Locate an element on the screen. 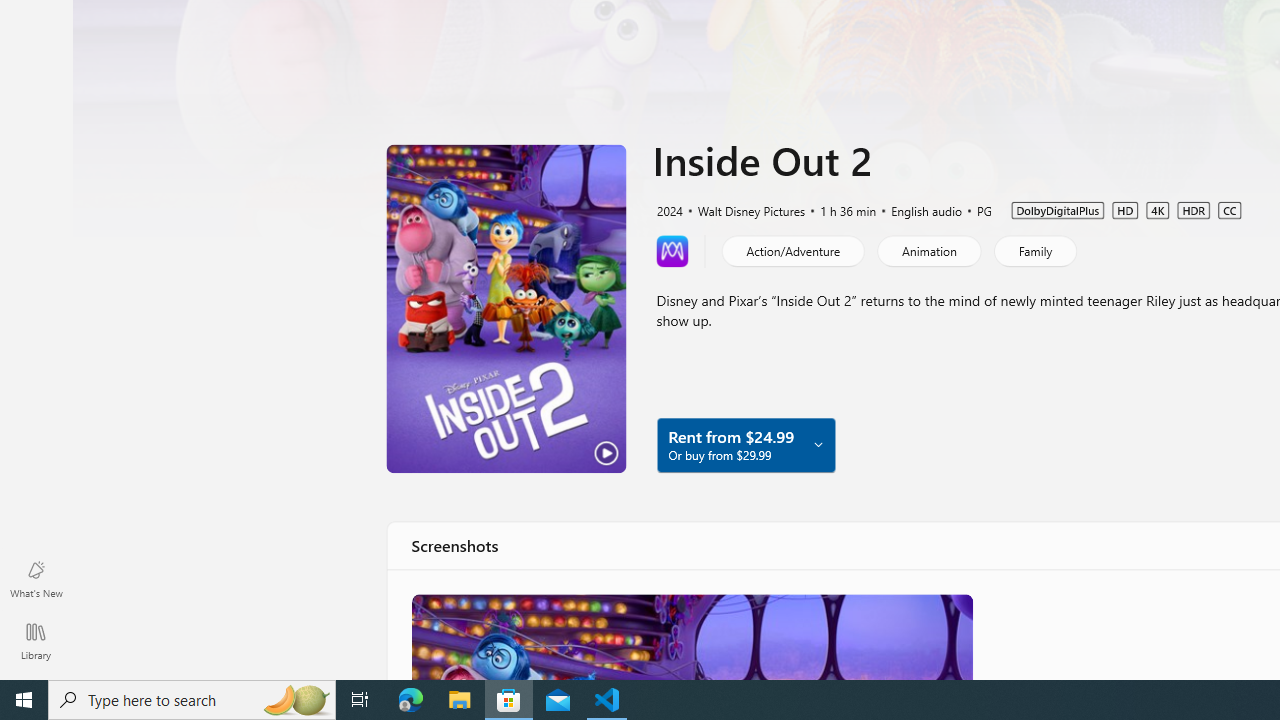 This screenshot has width=1280, height=720. '1 h 36 min' is located at coordinates (839, 209).